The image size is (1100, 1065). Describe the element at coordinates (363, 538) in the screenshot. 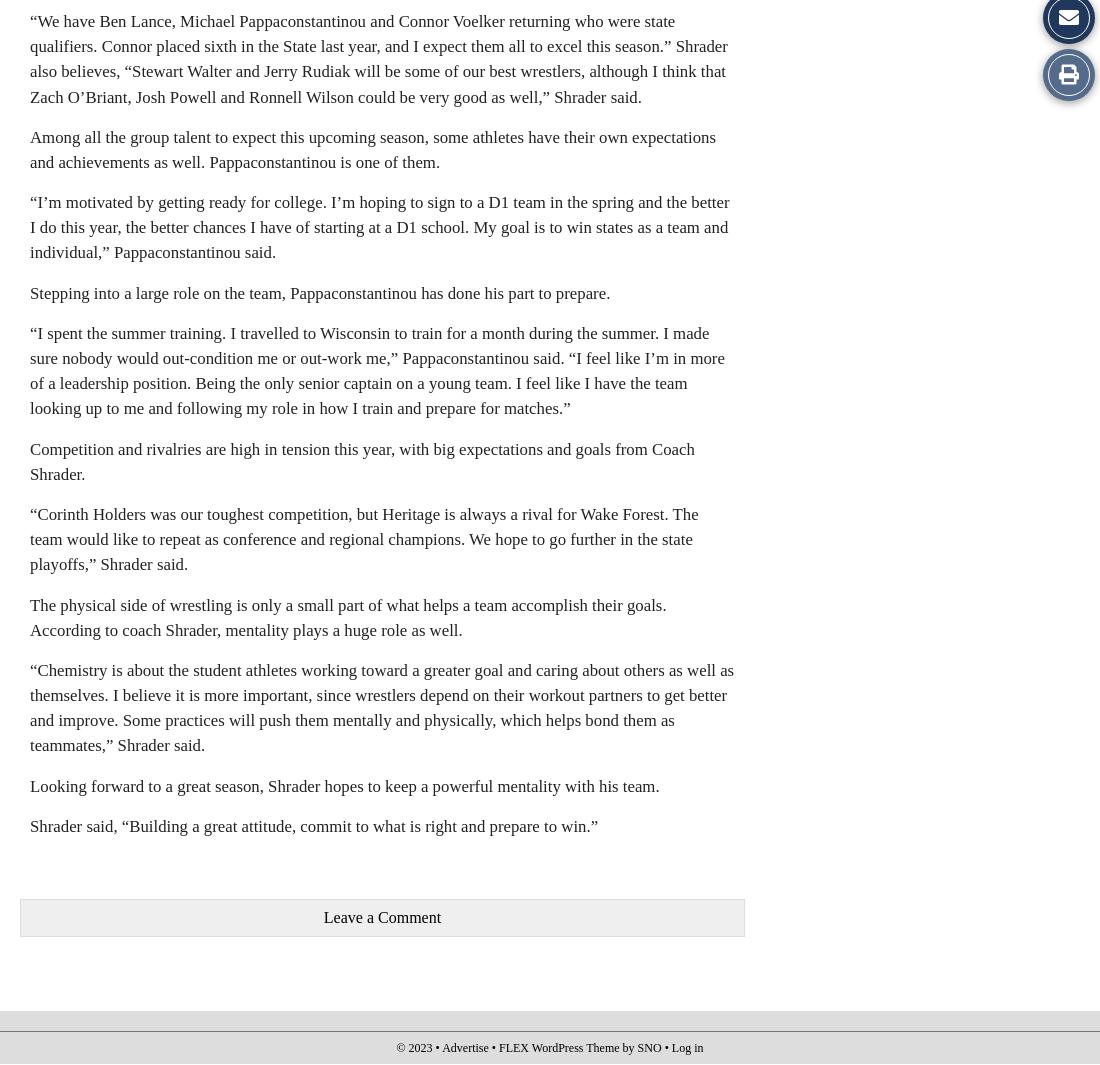

I see `'“Corinth Holders was our toughest competition, but Heritage is always a rival for Wake Forest. The team would like to repeat as conference and regional champions. We hope to go further in the state playoffs,” Shrader said.'` at that location.